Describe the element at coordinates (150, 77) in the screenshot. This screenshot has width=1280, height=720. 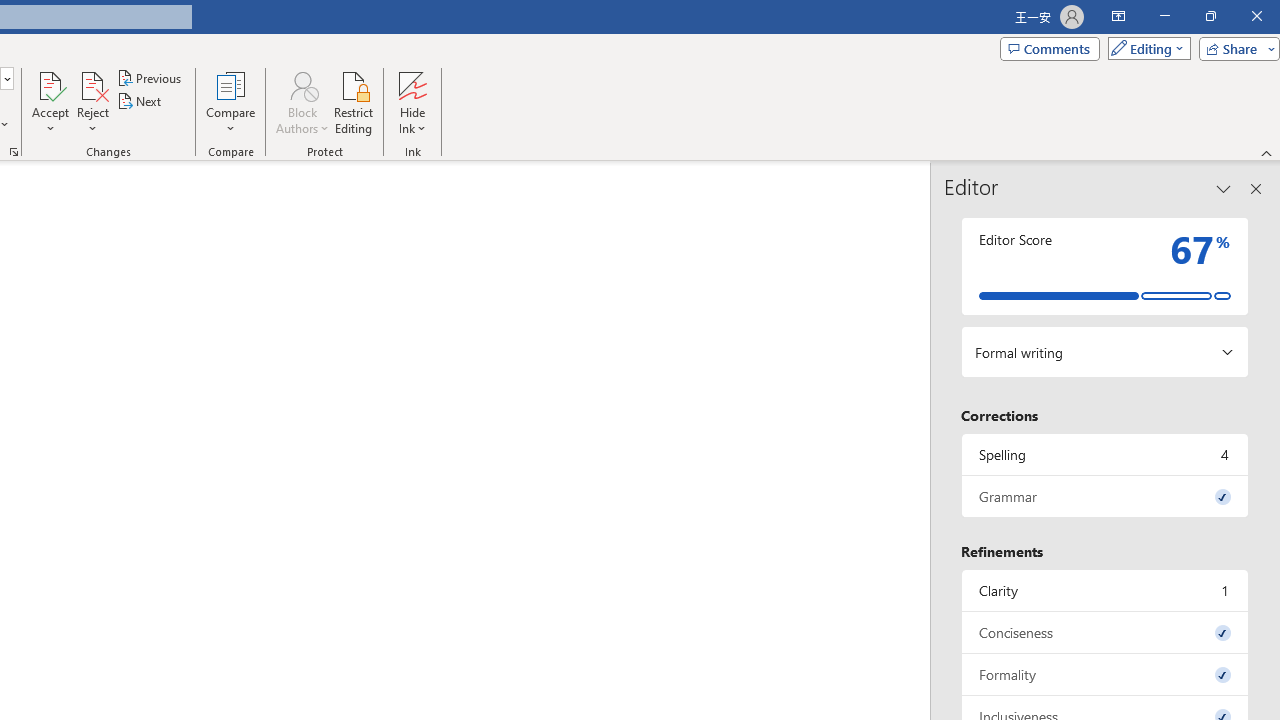
I see `'Previous'` at that location.